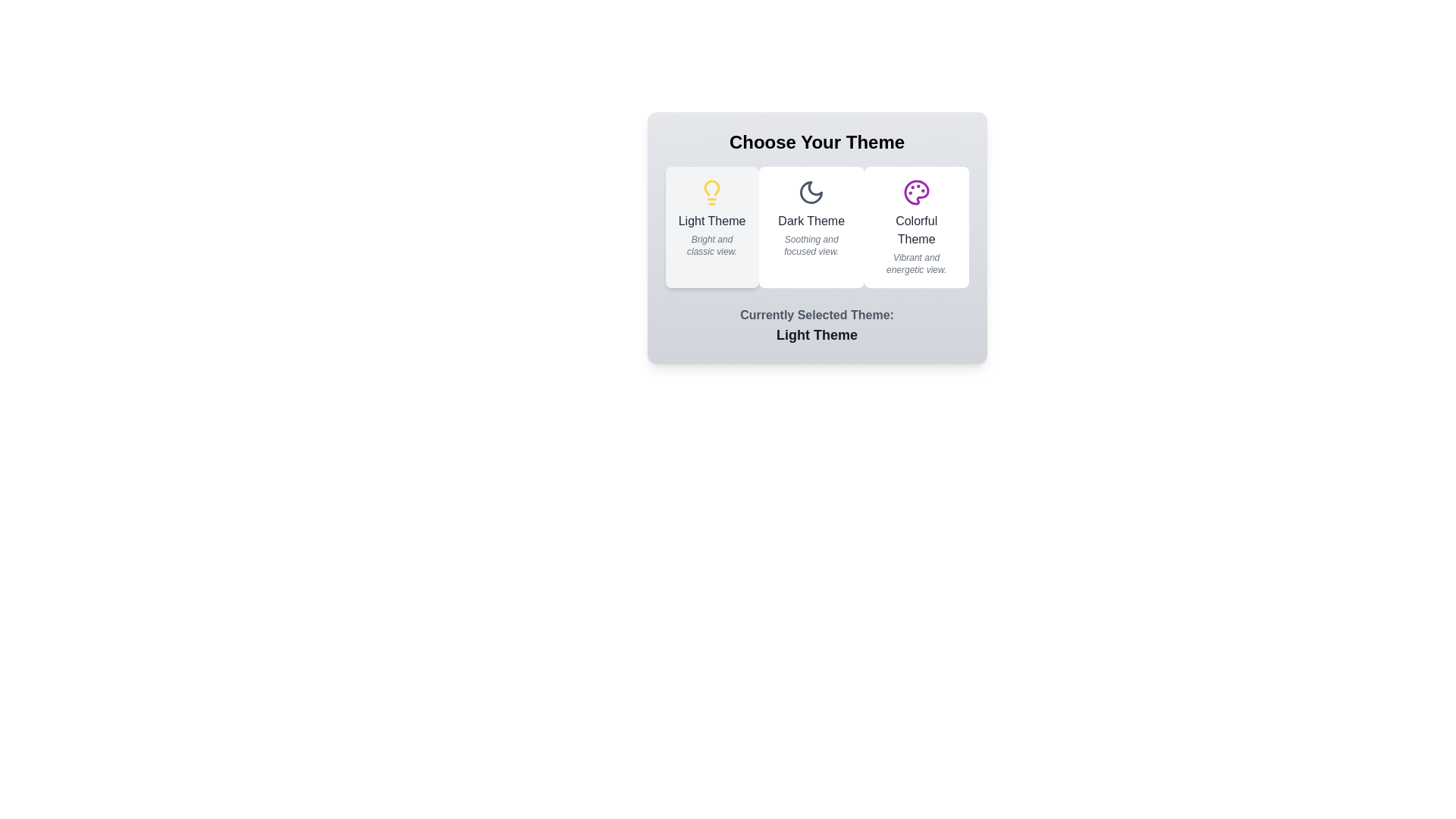  What do you see at coordinates (916, 227) in the screenshot?
I see `the description text of the theme by selecting Colorful Theme` at bounding box center [916, 227].